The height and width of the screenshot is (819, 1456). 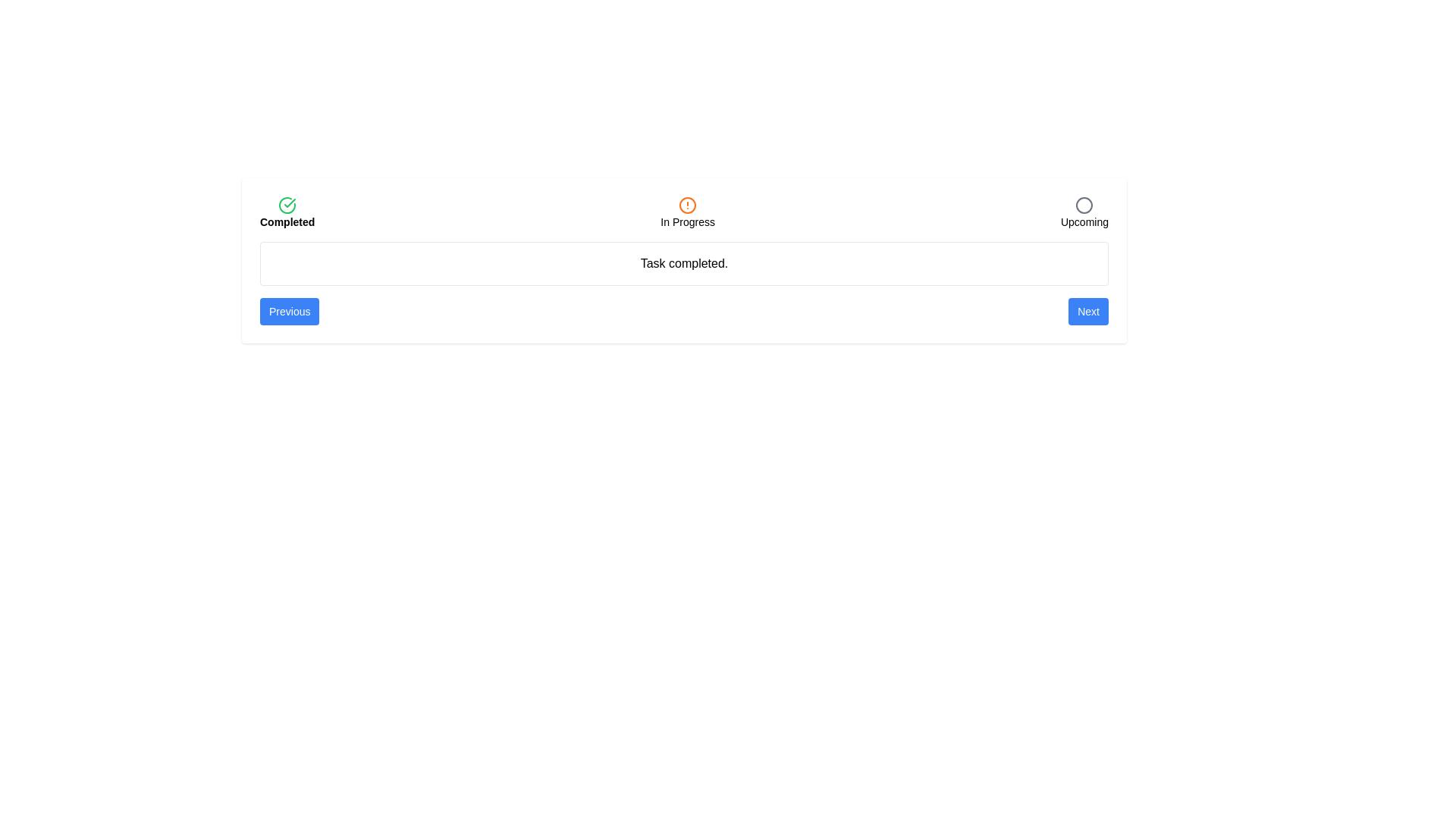 What do you see at coordinates (287, 213) in the screenshot?
I see `the status indicator for 'Completed' in the top-left of the horizontal list` at bounding box center [287, 213].